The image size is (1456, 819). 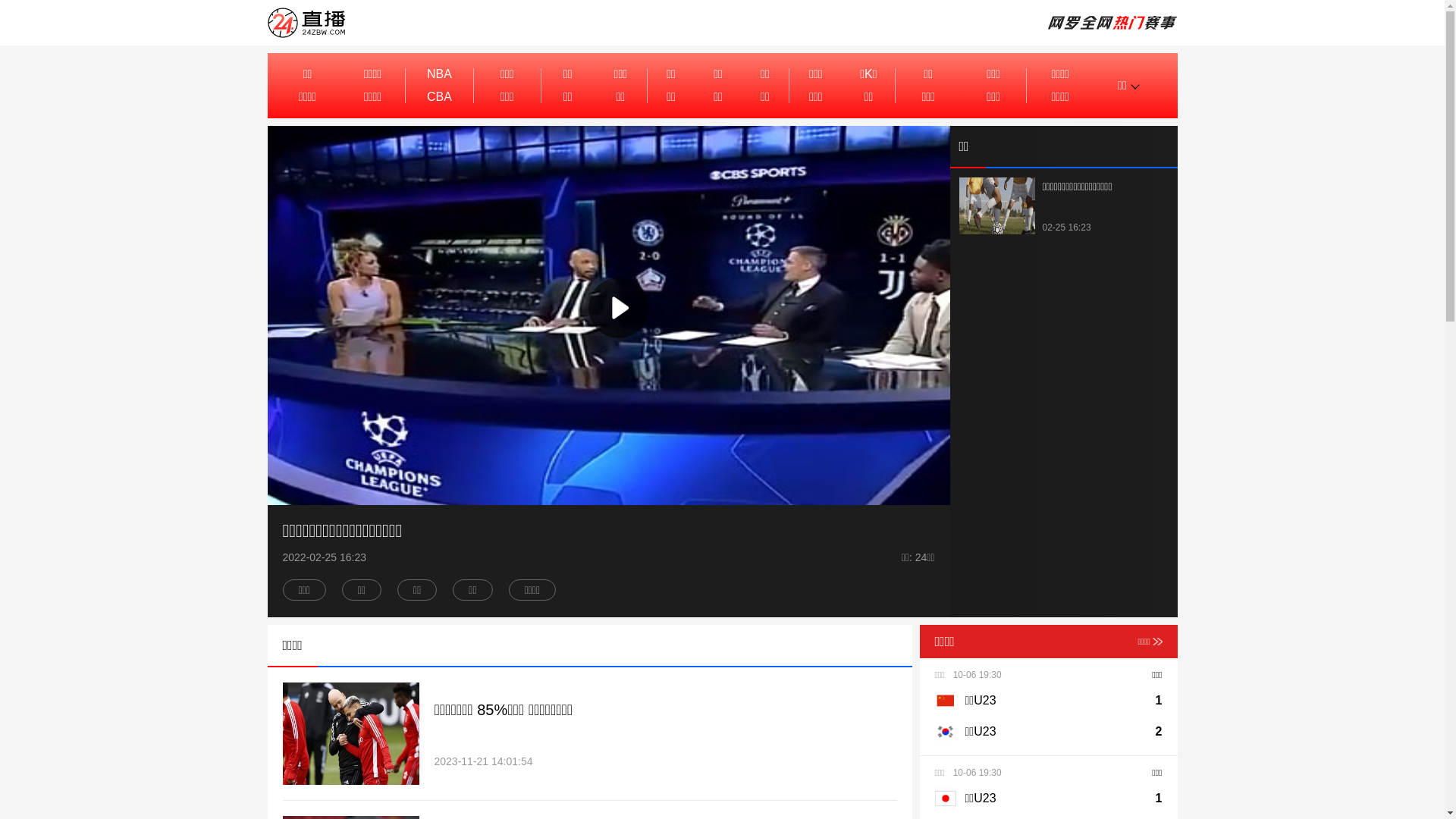 I want to click on 'CBA', so click(x=438, y=96).